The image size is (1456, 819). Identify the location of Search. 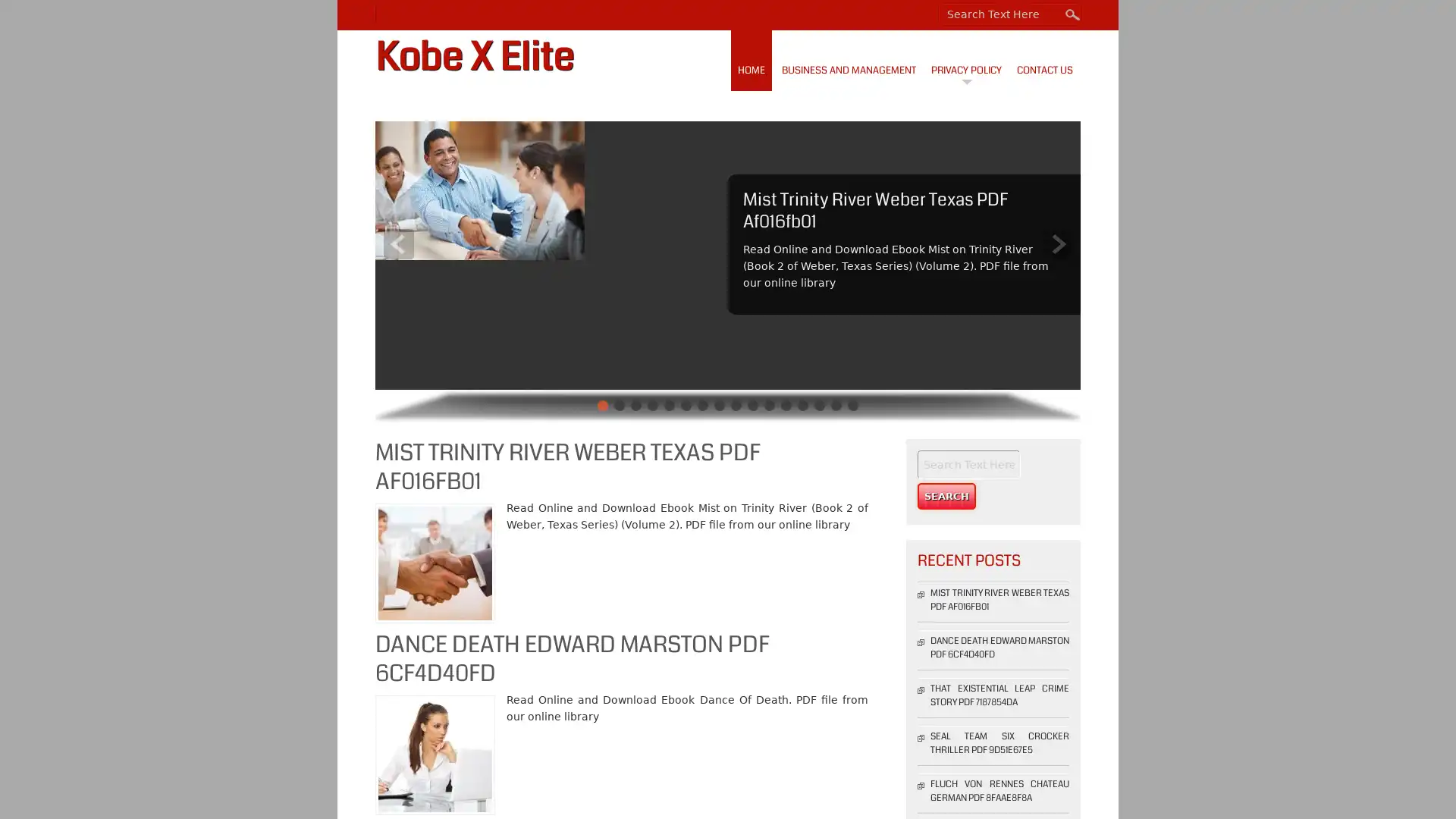
(946, 496).